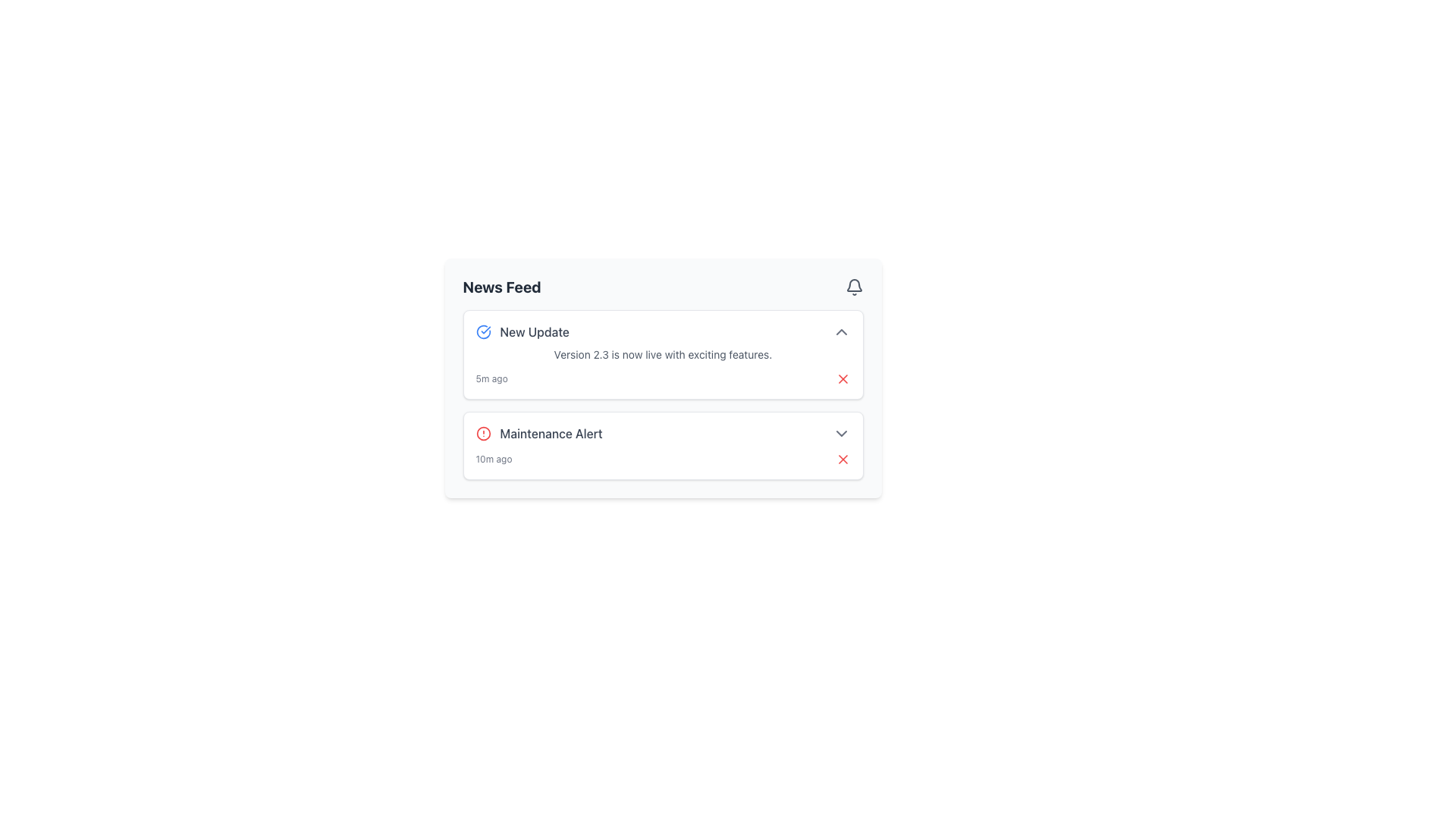  Describe the element at coordinates (663, 354) in the screenshot. I see `the informational Text Label located at the bottom-center of the 'New Update' announcement card, which displays update details above the timestamp '5m ago'` at that location.